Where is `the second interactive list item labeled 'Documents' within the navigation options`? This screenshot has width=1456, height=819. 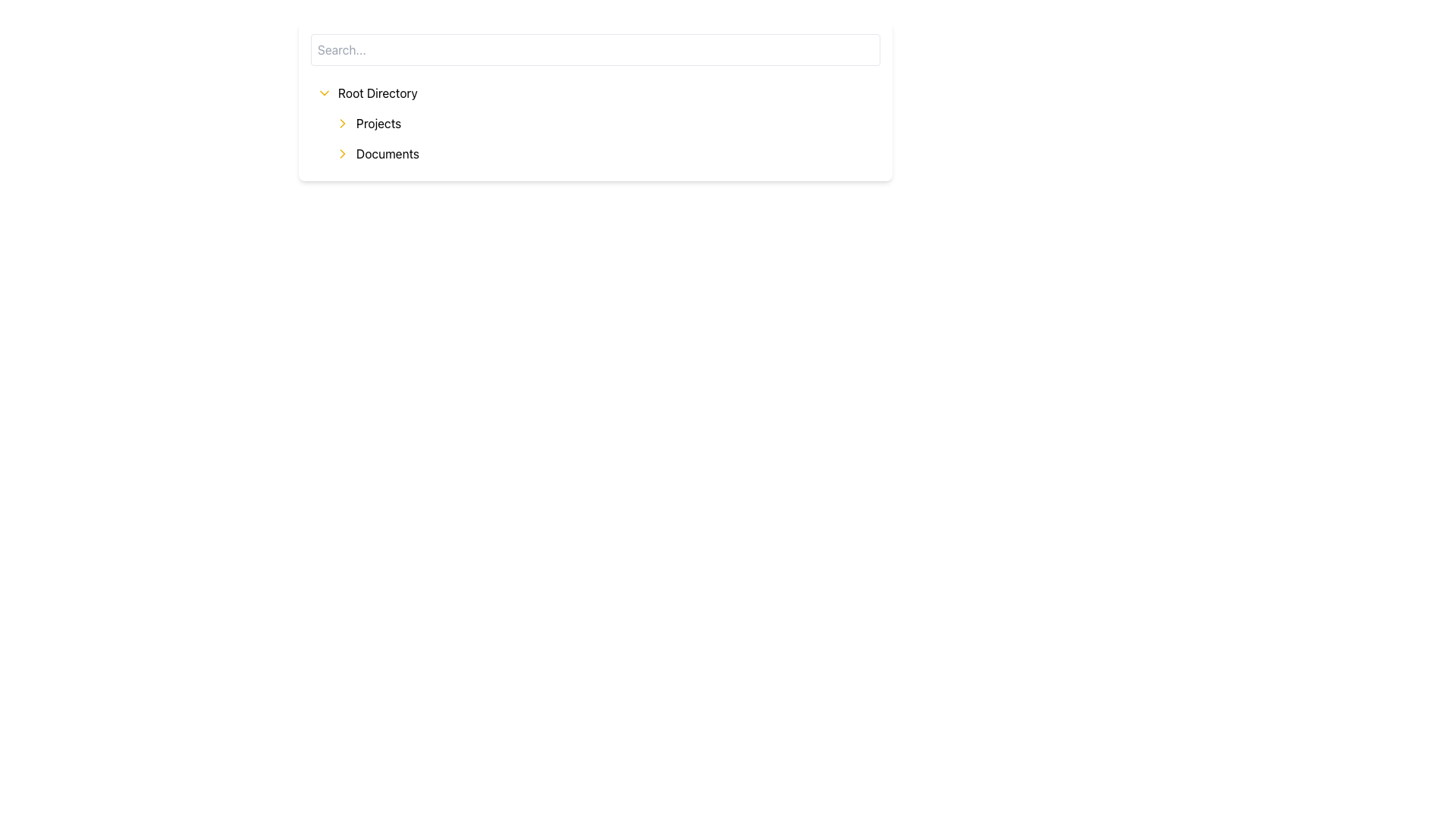
the second interactive list item labeled 'Documents' within the navigation options is located at coordinates (595, 154).